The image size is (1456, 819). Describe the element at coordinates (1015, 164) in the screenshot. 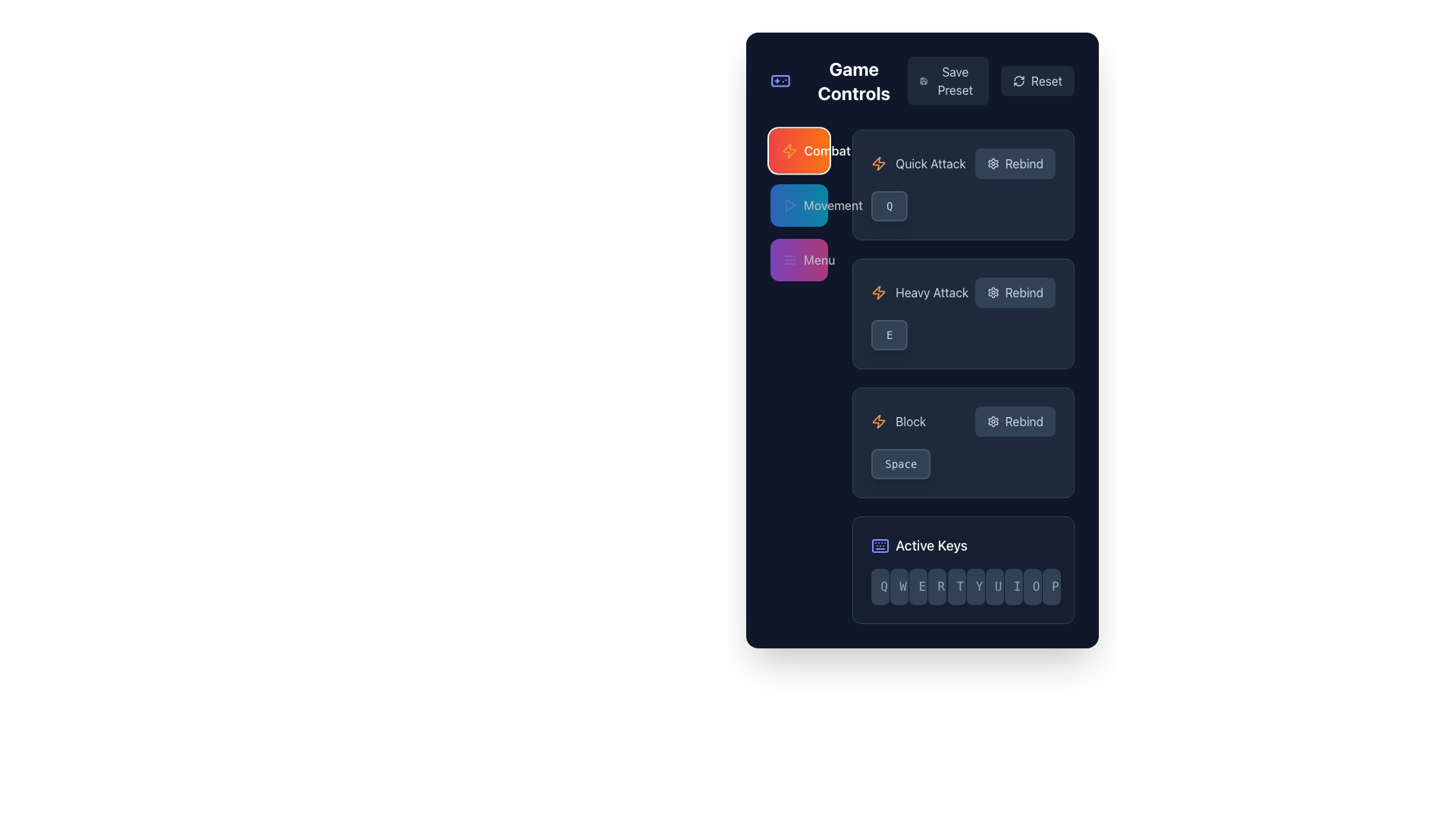

I see `the first 'Rebind' button located adjacent to the 'Quick Attack' label in the controls interface` at that location.